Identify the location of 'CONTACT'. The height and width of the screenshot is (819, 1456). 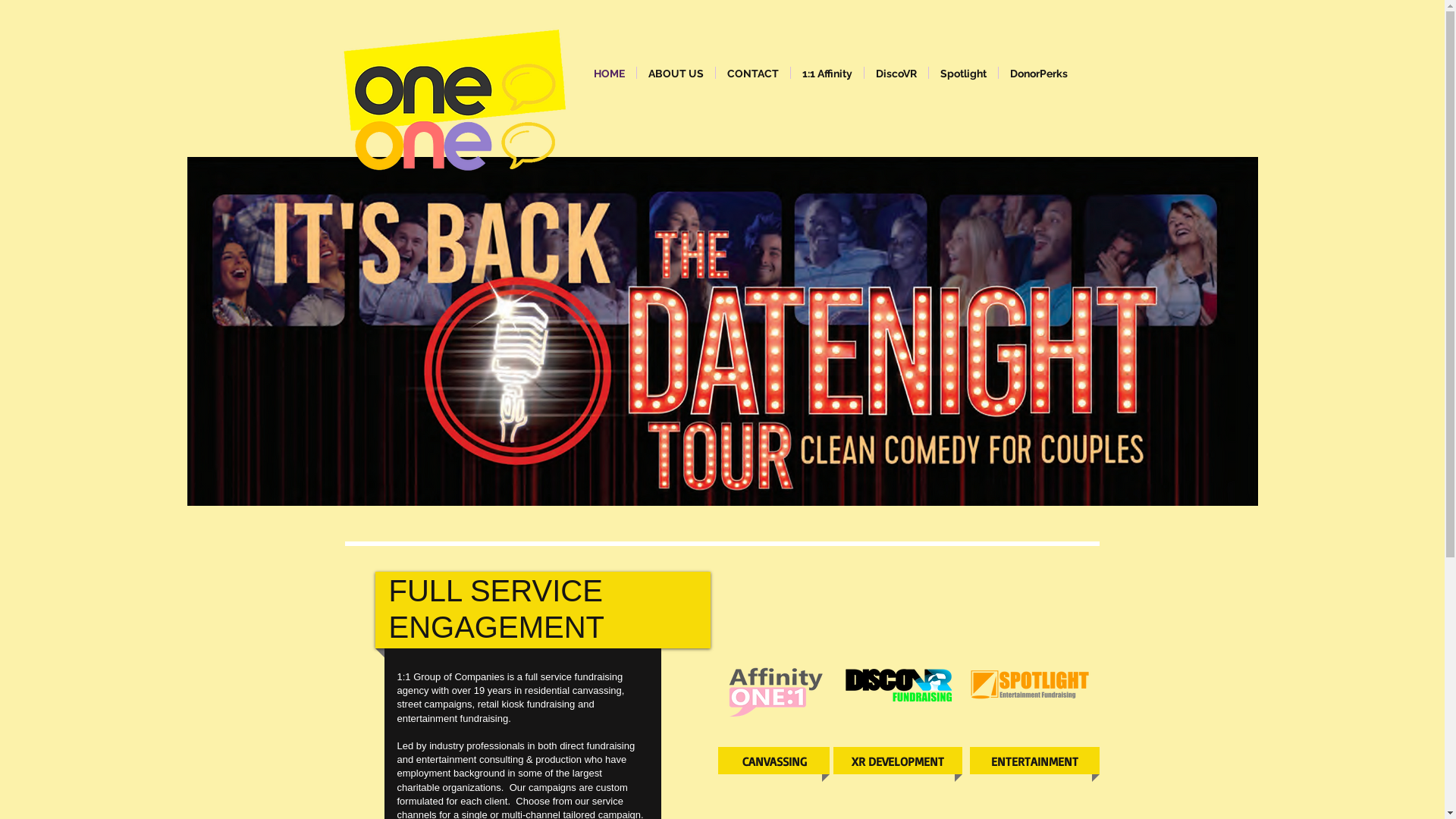
(715, 73).